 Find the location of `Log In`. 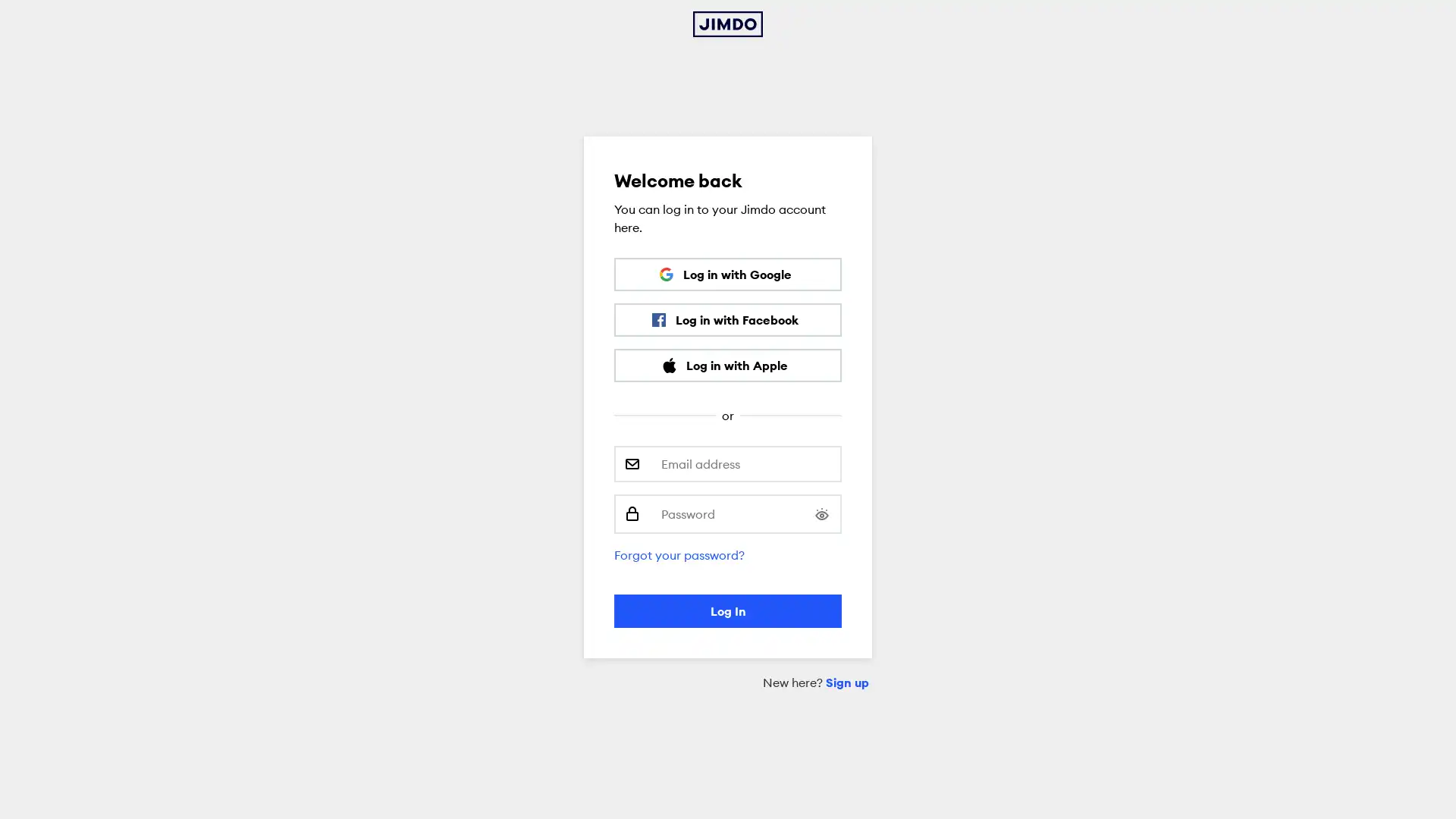

Log In is located at coordinates (728, 610).